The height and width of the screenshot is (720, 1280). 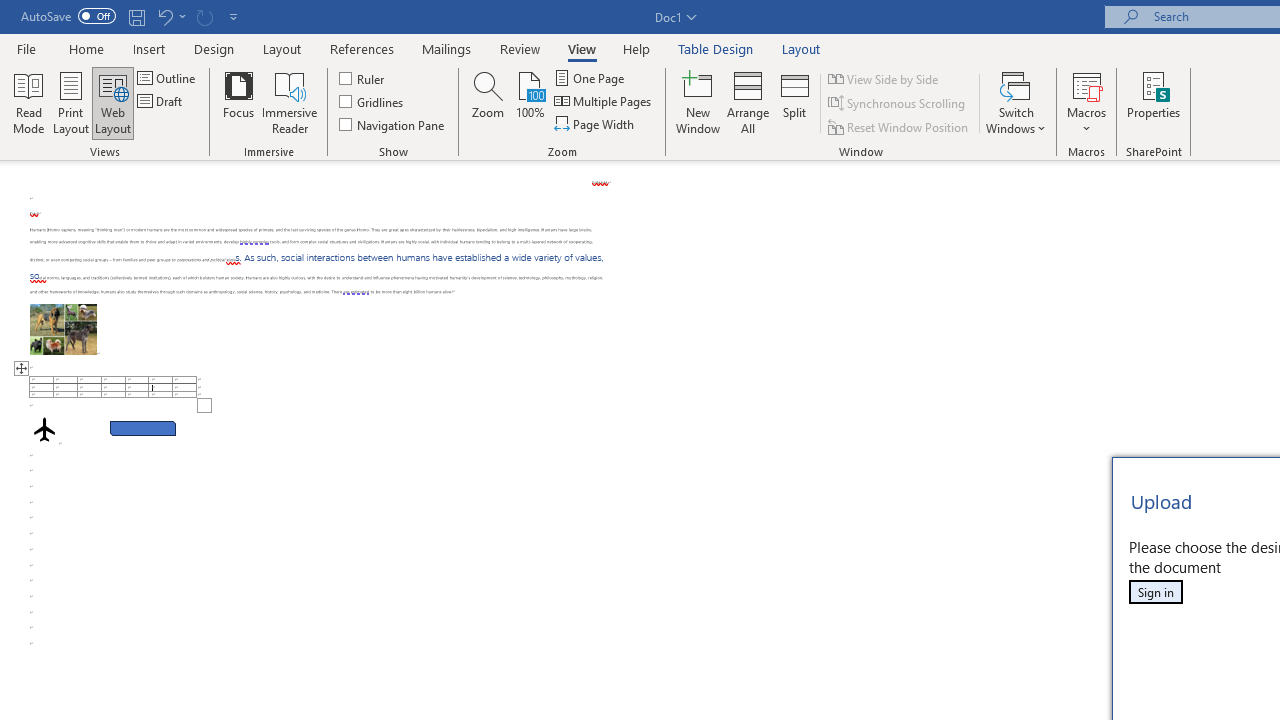 What do you see at coordinates (488, 103) in the screenshot?
I see `'Zoom...'` at bounding box center [488, 103].